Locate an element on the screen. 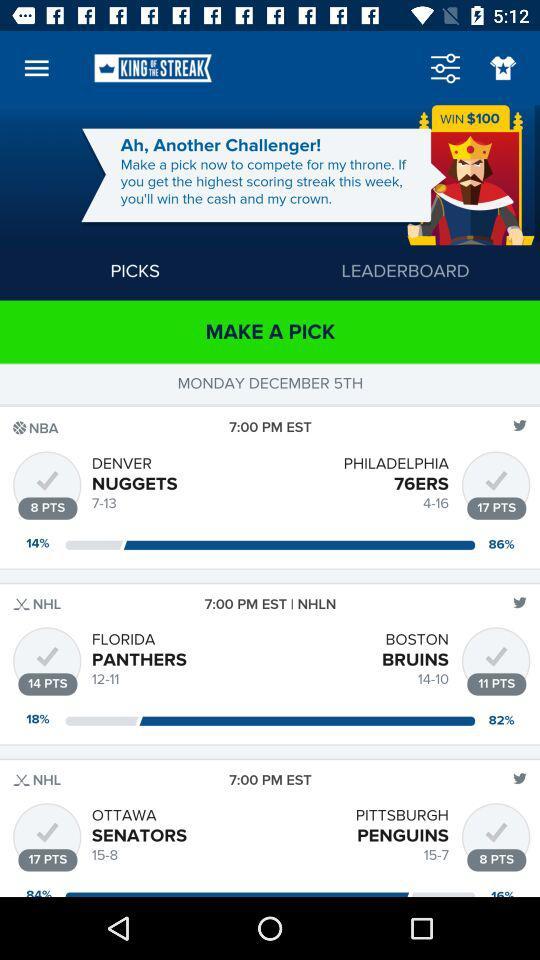  click the detail option is located at coordinates (445, 68).